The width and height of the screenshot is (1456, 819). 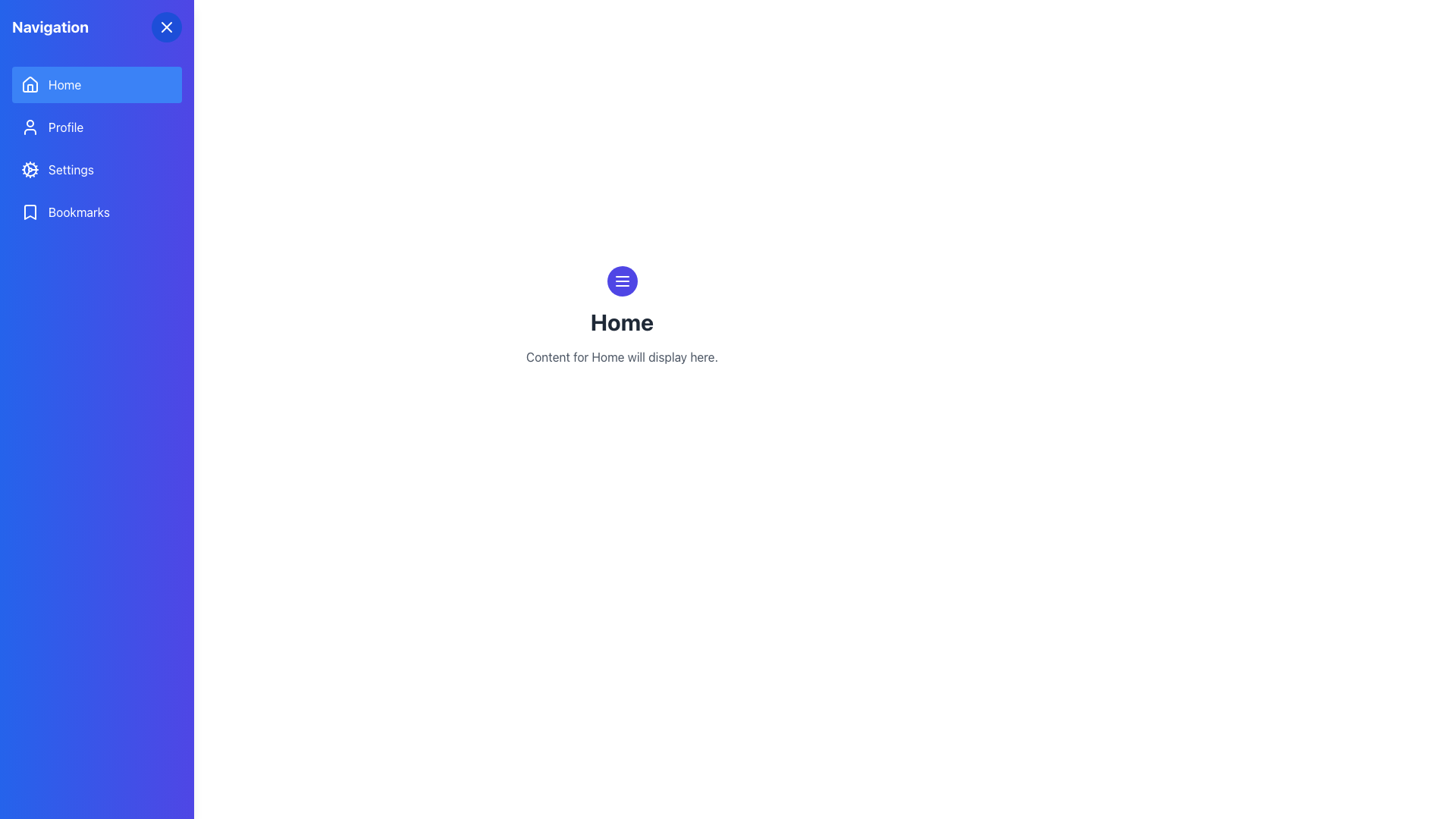 What do you see at coordinates (30, 212) in the screenshot?
I see `the small minimalist bookmark icon located in the 'Bookmarks' menu item of the navigation sidebar, which is positioned to the left of the text label 'Bookmarks'` at bounding box center [30, 212].